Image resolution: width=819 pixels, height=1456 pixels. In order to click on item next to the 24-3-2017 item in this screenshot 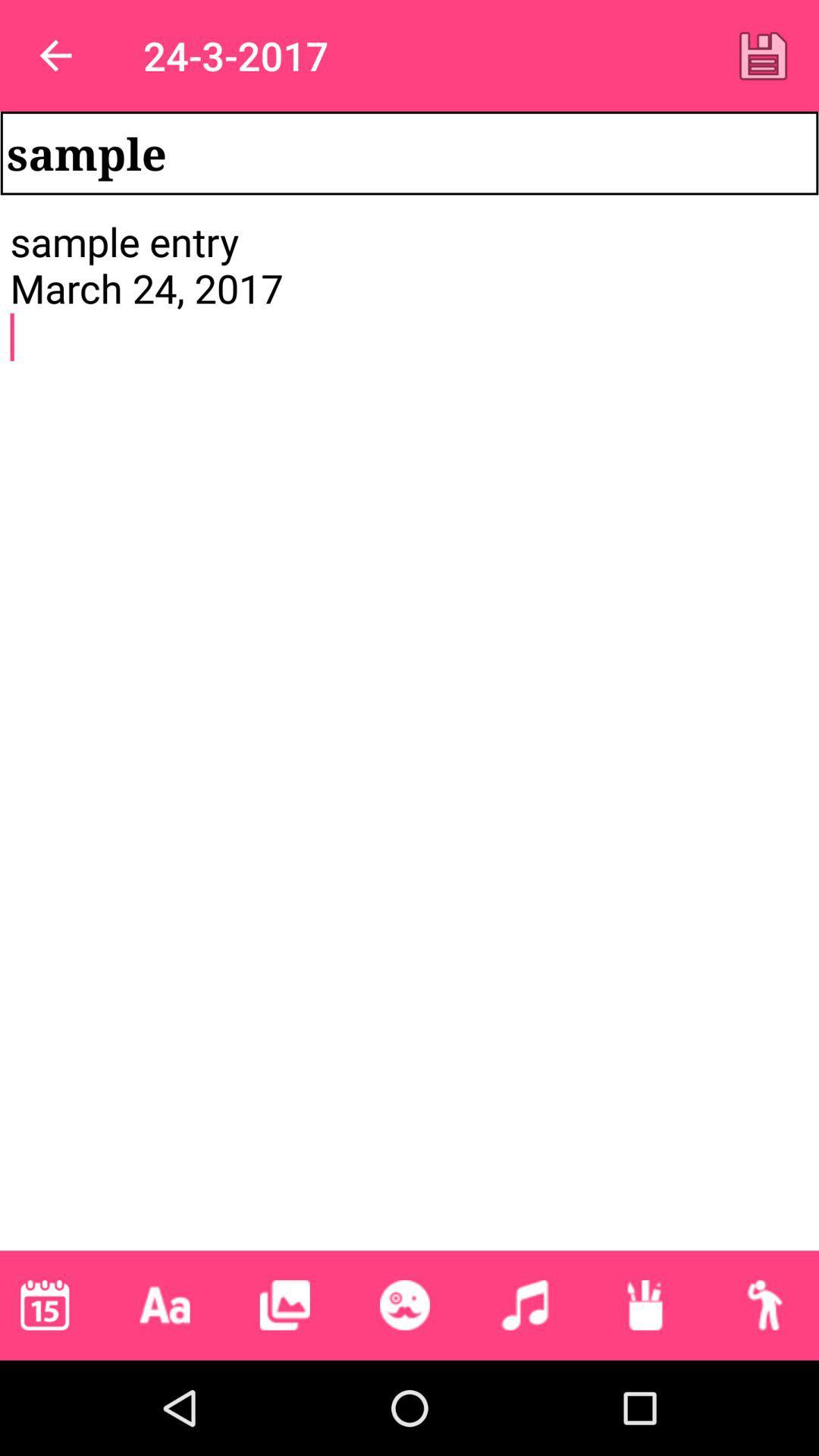, I will do `click(55, 55)`.